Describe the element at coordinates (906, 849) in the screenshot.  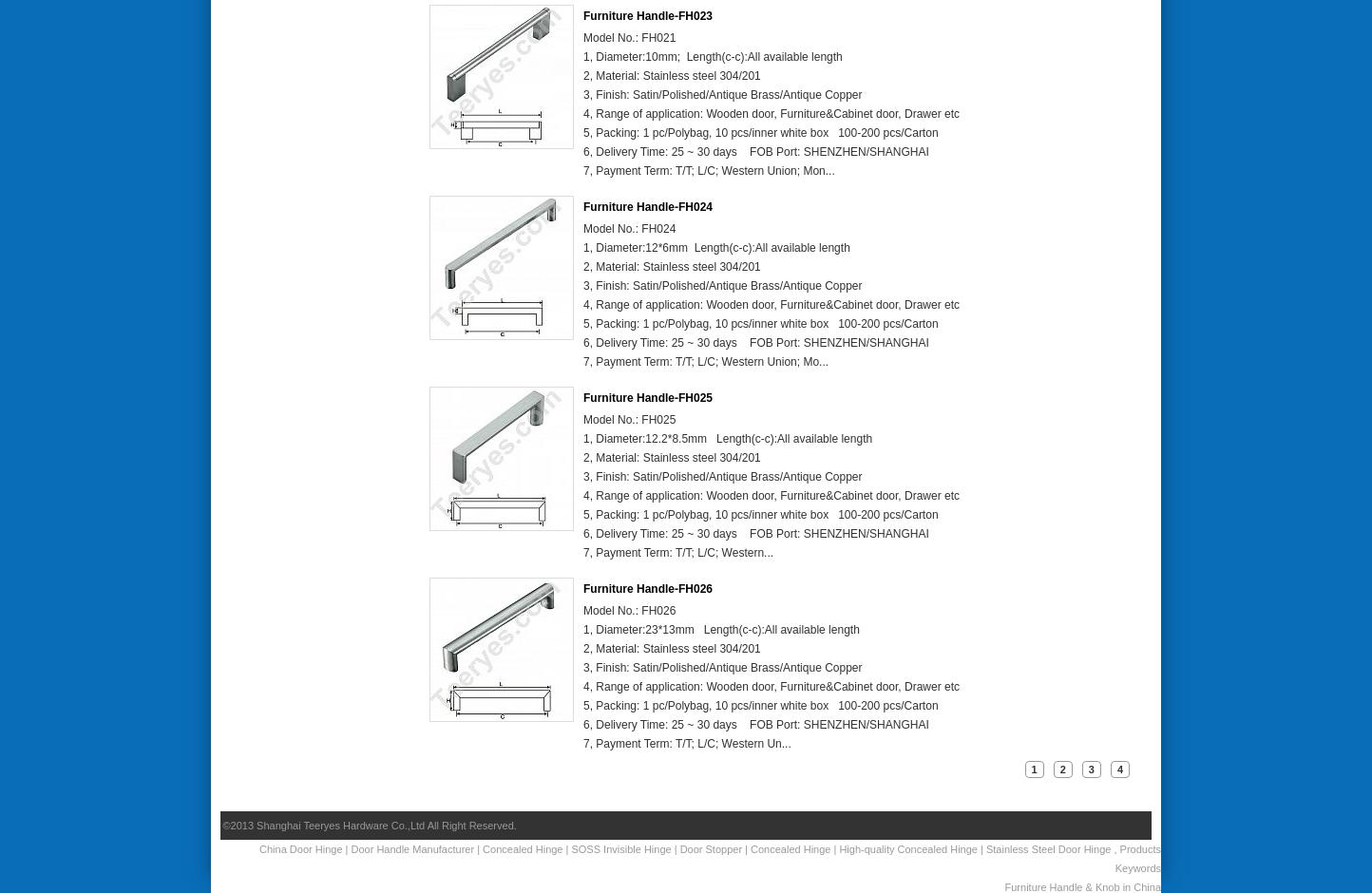
I see `'High-quality Concealed Hinge'` at that location.